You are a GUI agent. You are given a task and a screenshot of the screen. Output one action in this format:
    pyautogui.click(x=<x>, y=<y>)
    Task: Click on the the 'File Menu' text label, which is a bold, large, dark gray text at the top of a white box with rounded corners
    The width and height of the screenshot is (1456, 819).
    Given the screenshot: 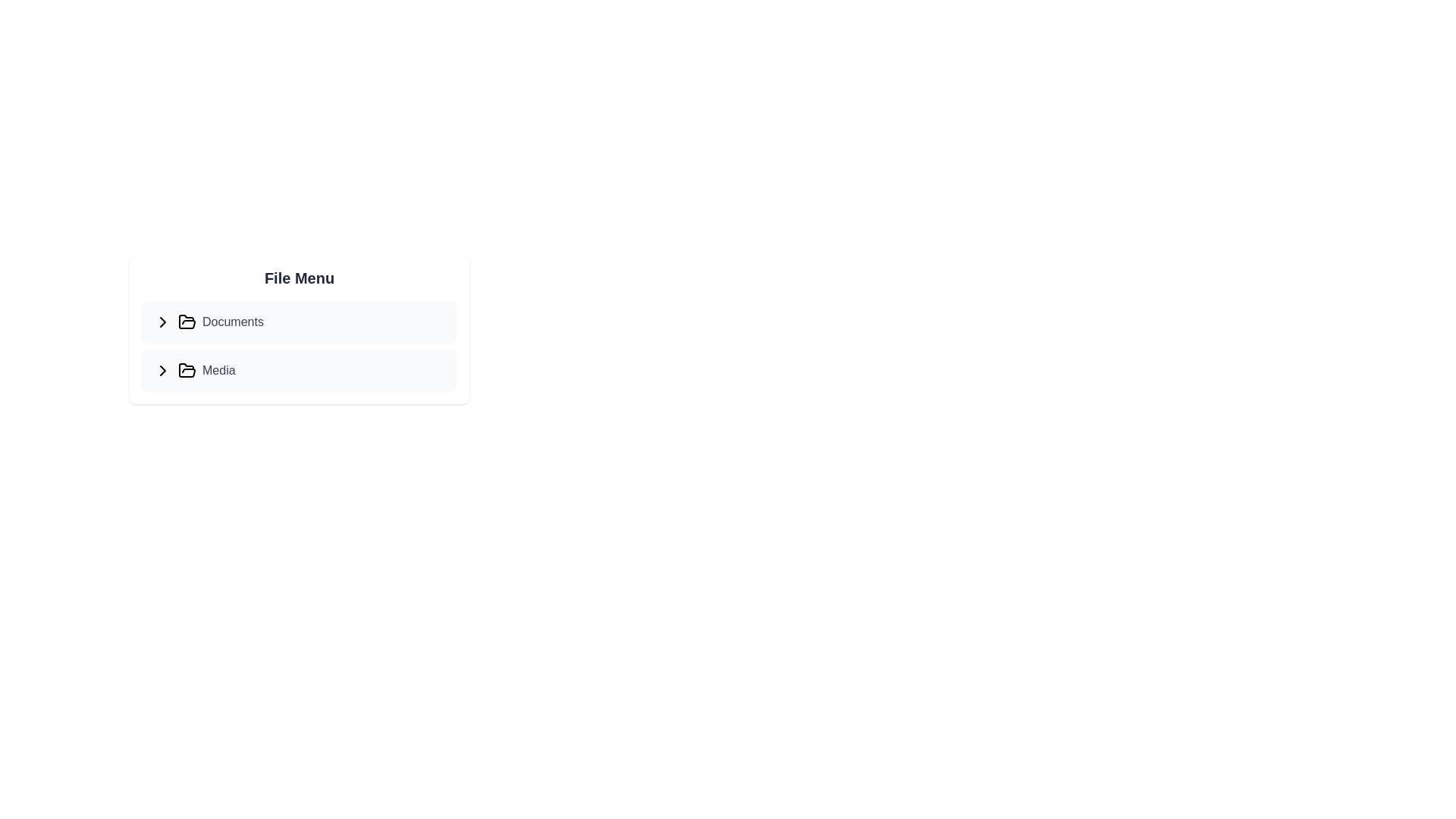 What is the action you would take?
    pyautogui.click(x=299, y=278)
    